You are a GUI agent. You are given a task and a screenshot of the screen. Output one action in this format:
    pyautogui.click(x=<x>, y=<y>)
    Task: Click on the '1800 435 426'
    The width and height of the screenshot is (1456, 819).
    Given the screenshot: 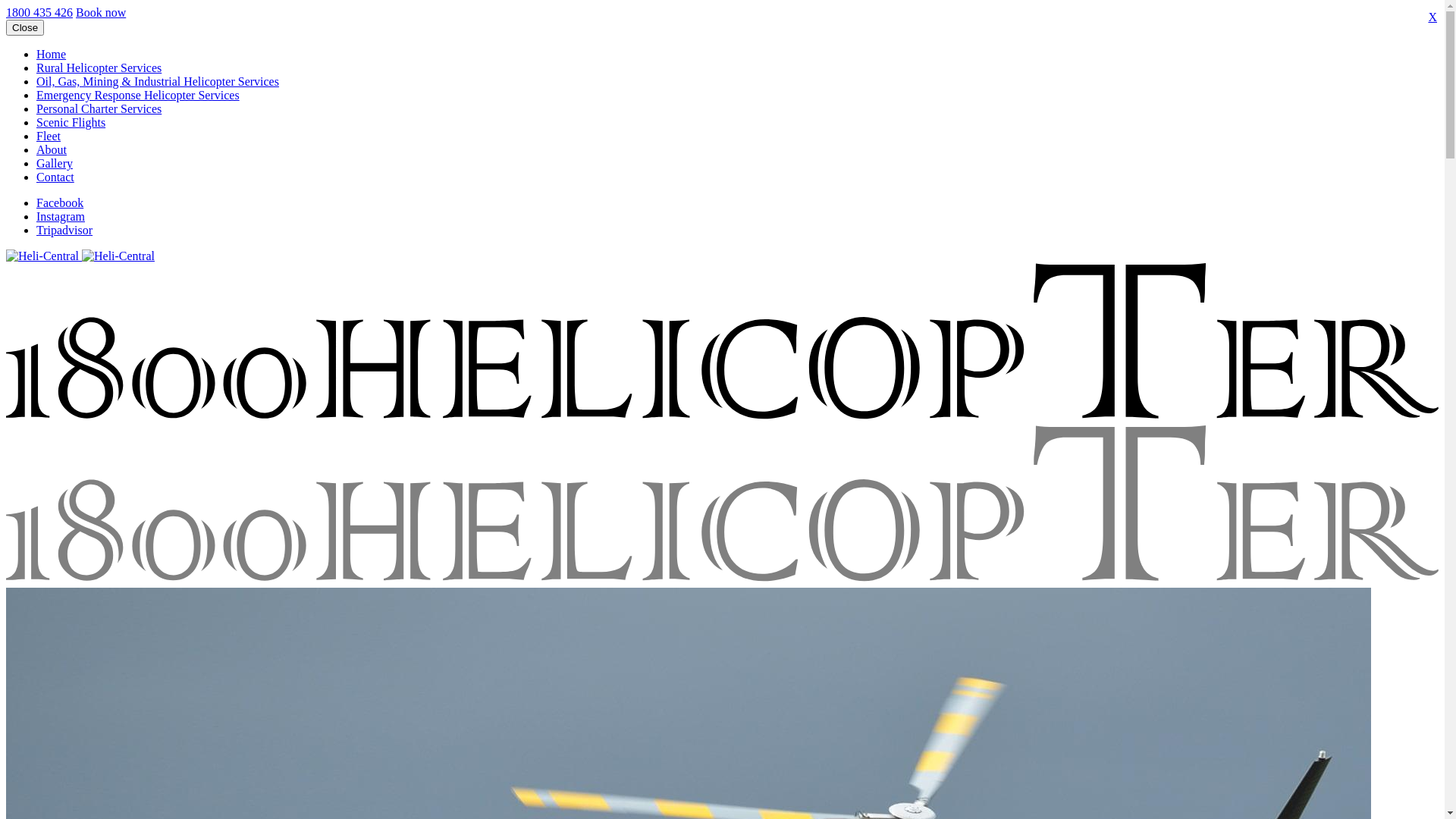 What is the action you would take?
    pyautogui.click(x=6, y=12)
    